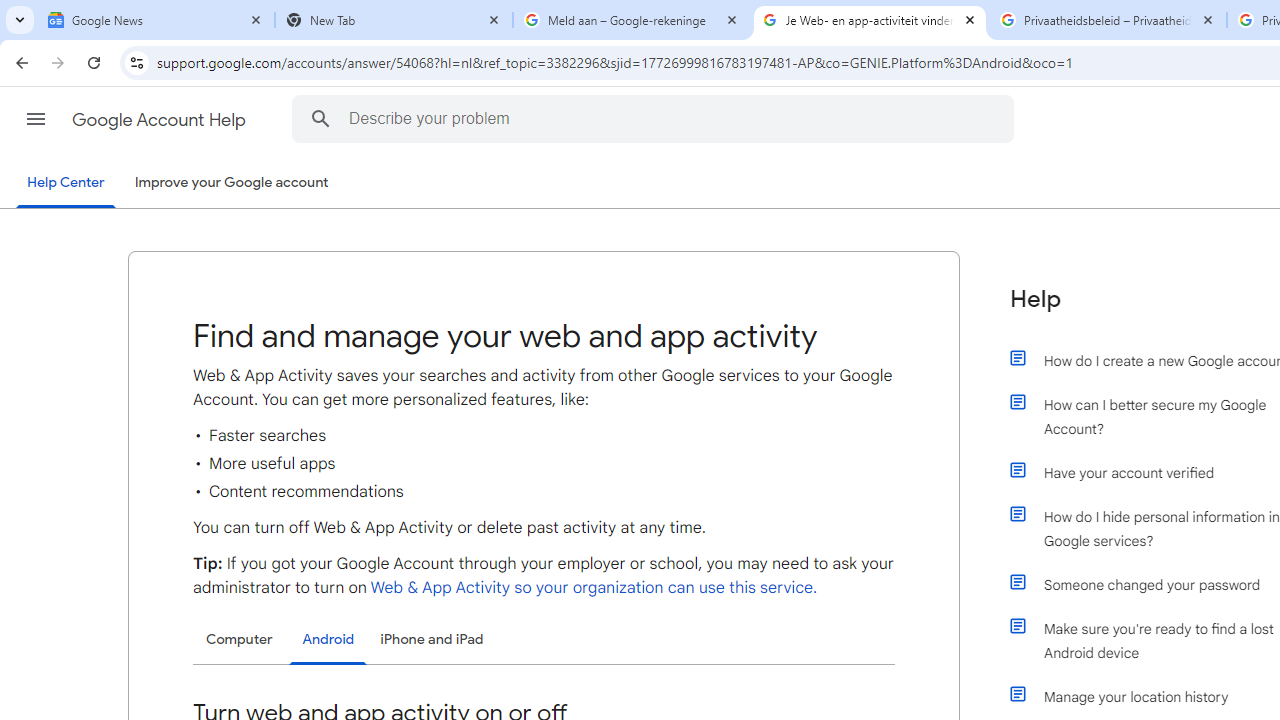 This screenshot has width=1280, height=720. I want to click on 'Android', so click(328, 640).